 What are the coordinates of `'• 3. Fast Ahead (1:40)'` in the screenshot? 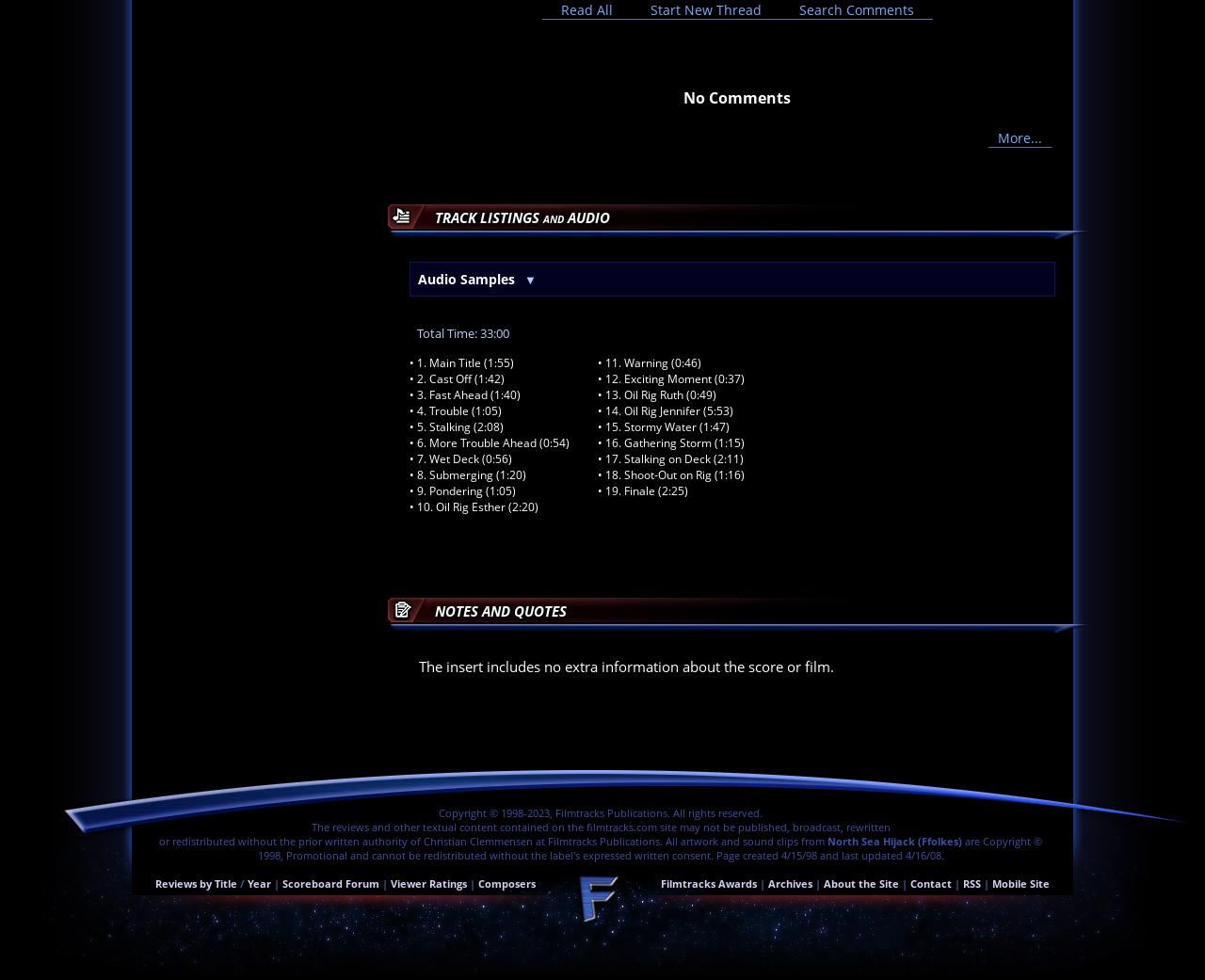 It's located at (408, 394).